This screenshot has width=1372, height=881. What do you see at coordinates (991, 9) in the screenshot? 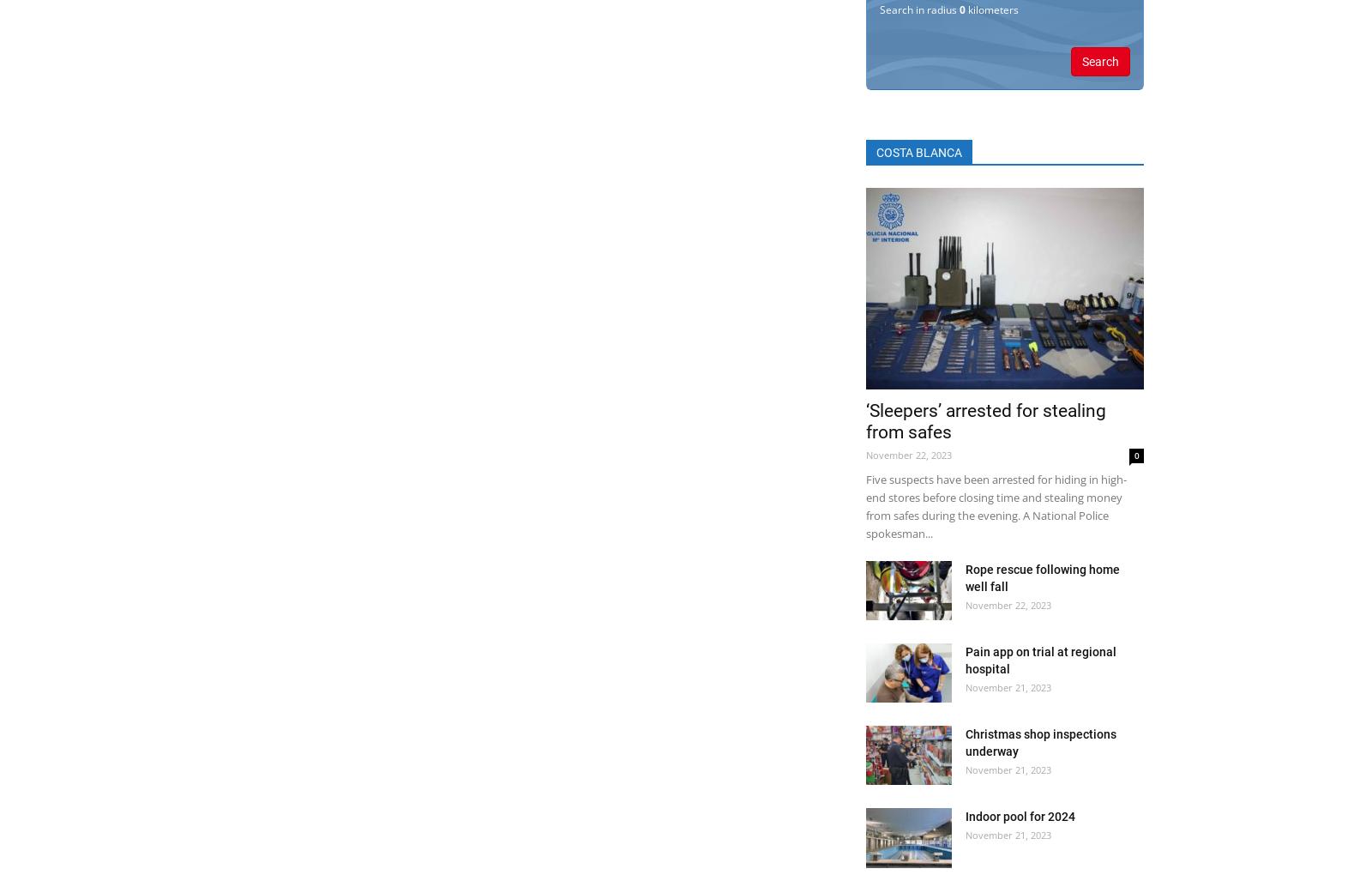
I see `'kilometers'` at bounding box center [991, 9].